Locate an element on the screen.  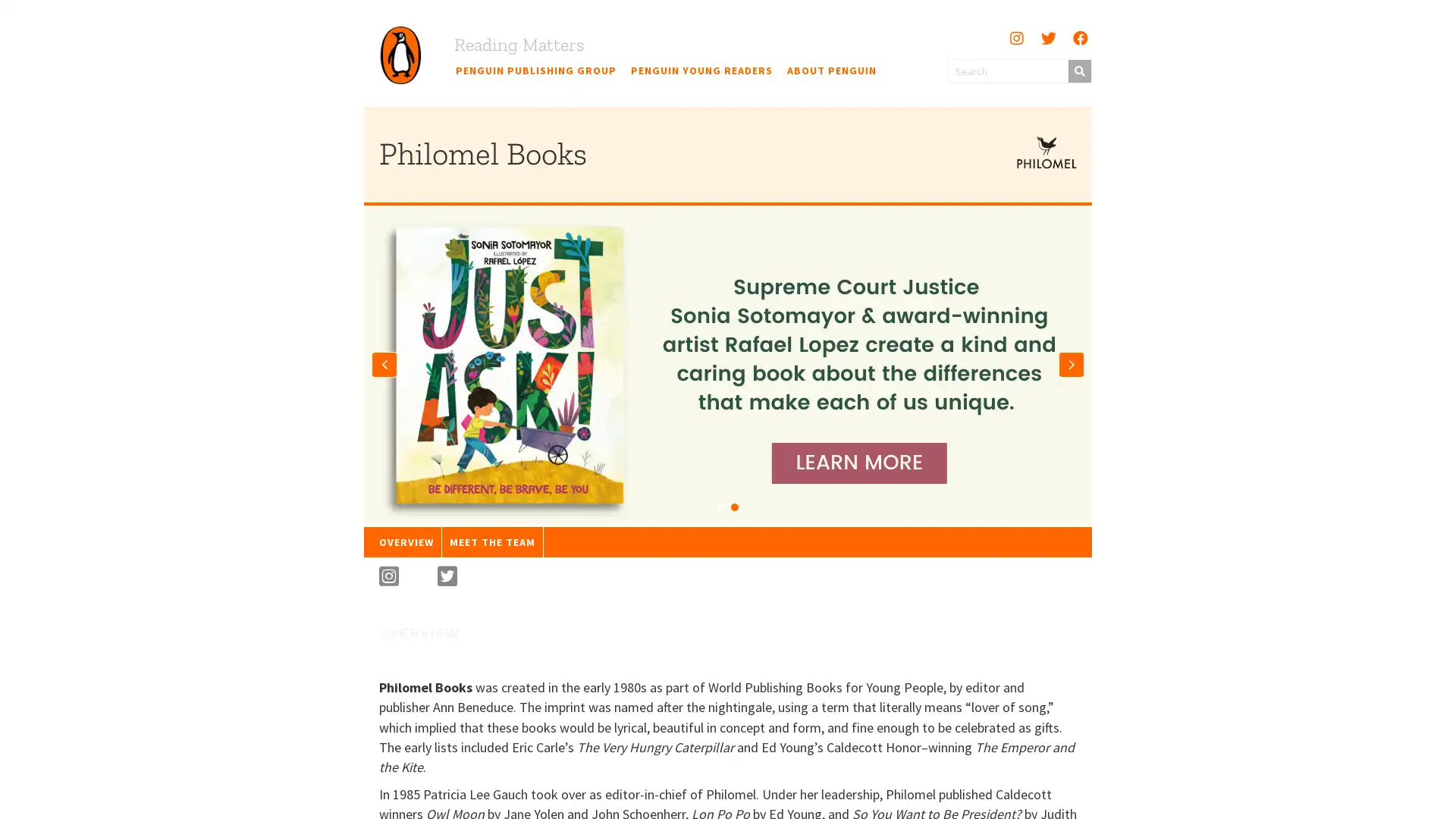
Just Ask! by Sonia Sotomayor and illustrated by Rafael Lopez is located at coordinates (735, 506).